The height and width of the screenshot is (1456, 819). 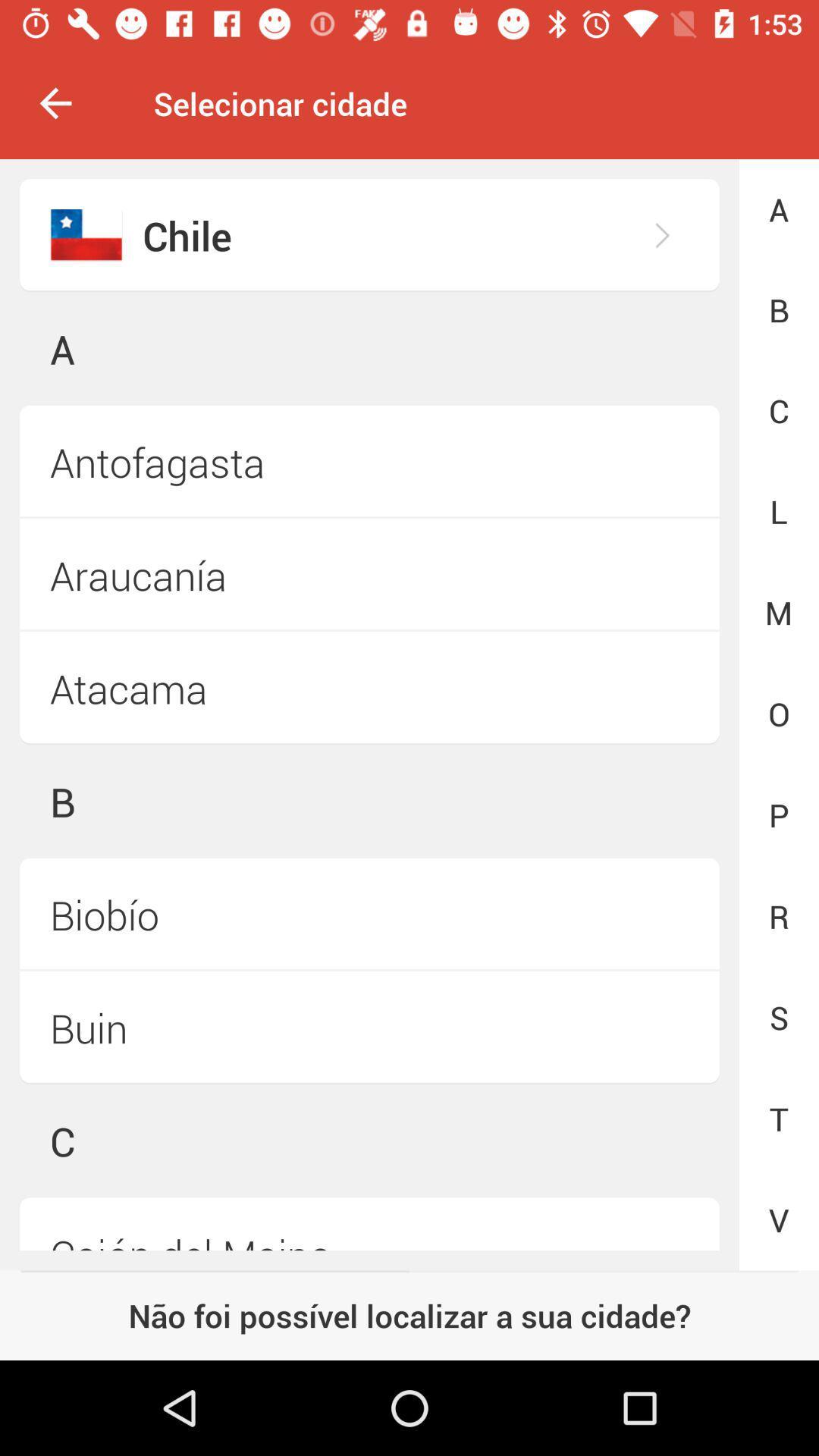 I want to click on the icon to the left of selecionar cidade icon, so click(x=55, y=102).